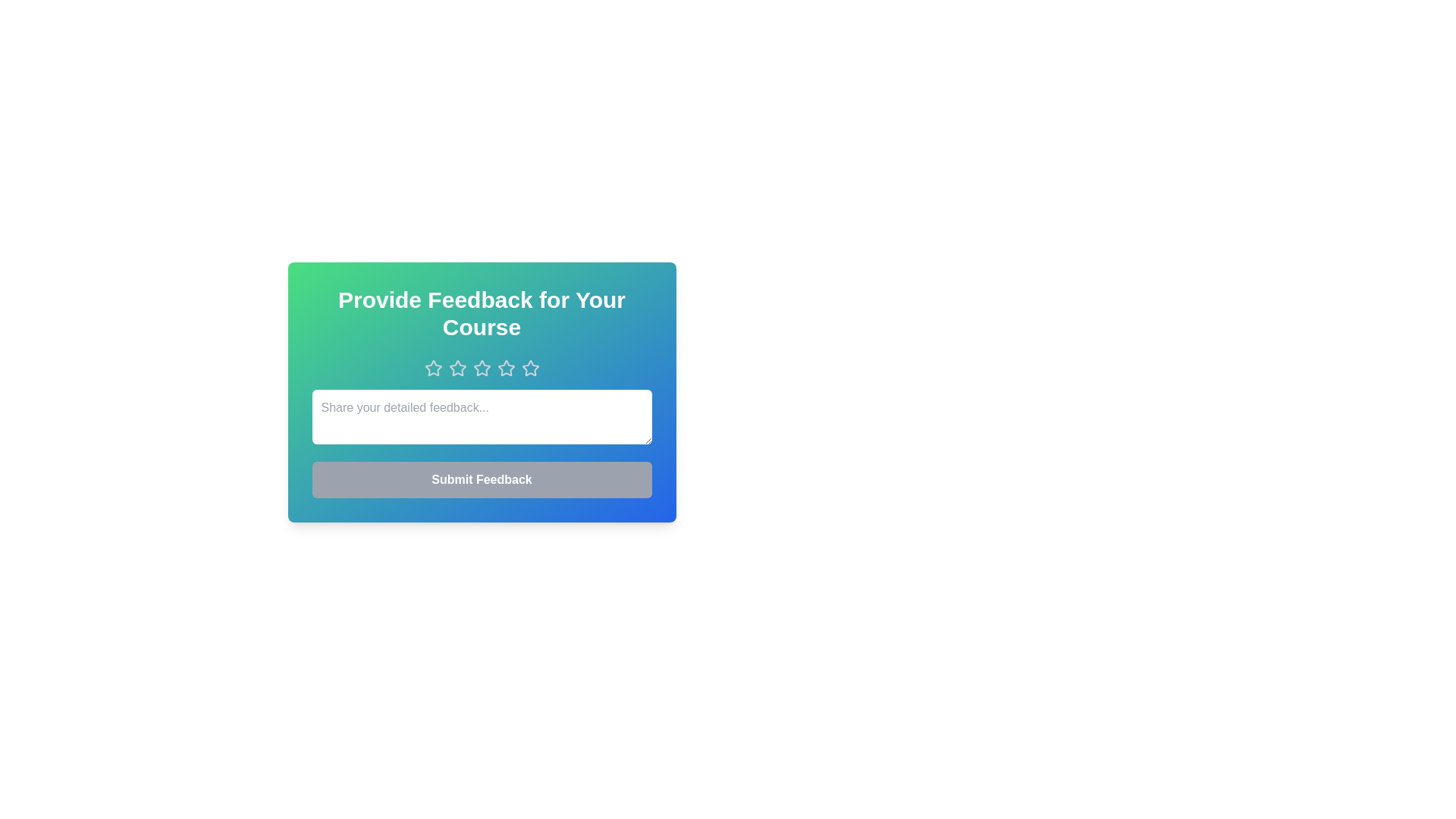 The image size is (1456, 819). I want to click on the star corresponding to the rating 3 to set it, so click(481, 369).